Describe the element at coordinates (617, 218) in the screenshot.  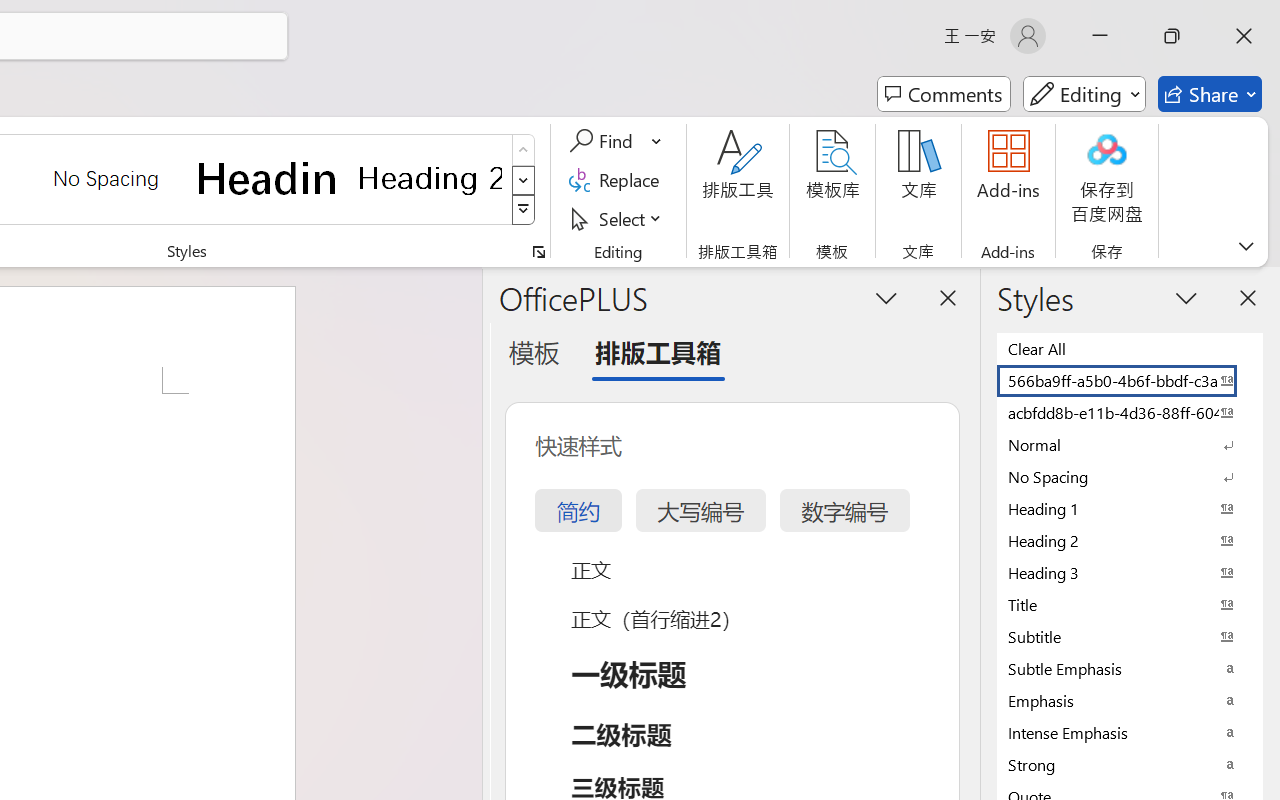
I see `'Select'` at that location.